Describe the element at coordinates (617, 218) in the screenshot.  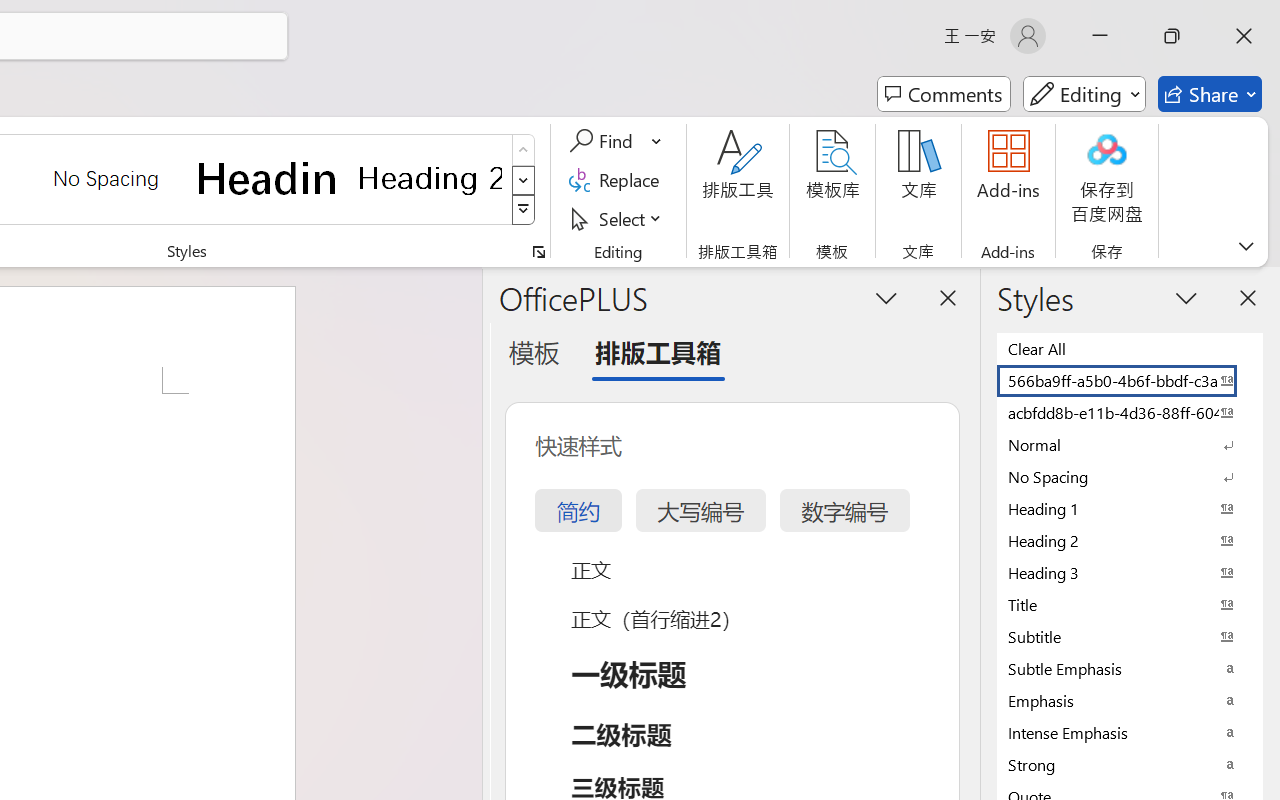
I see `'Select'` at that location.